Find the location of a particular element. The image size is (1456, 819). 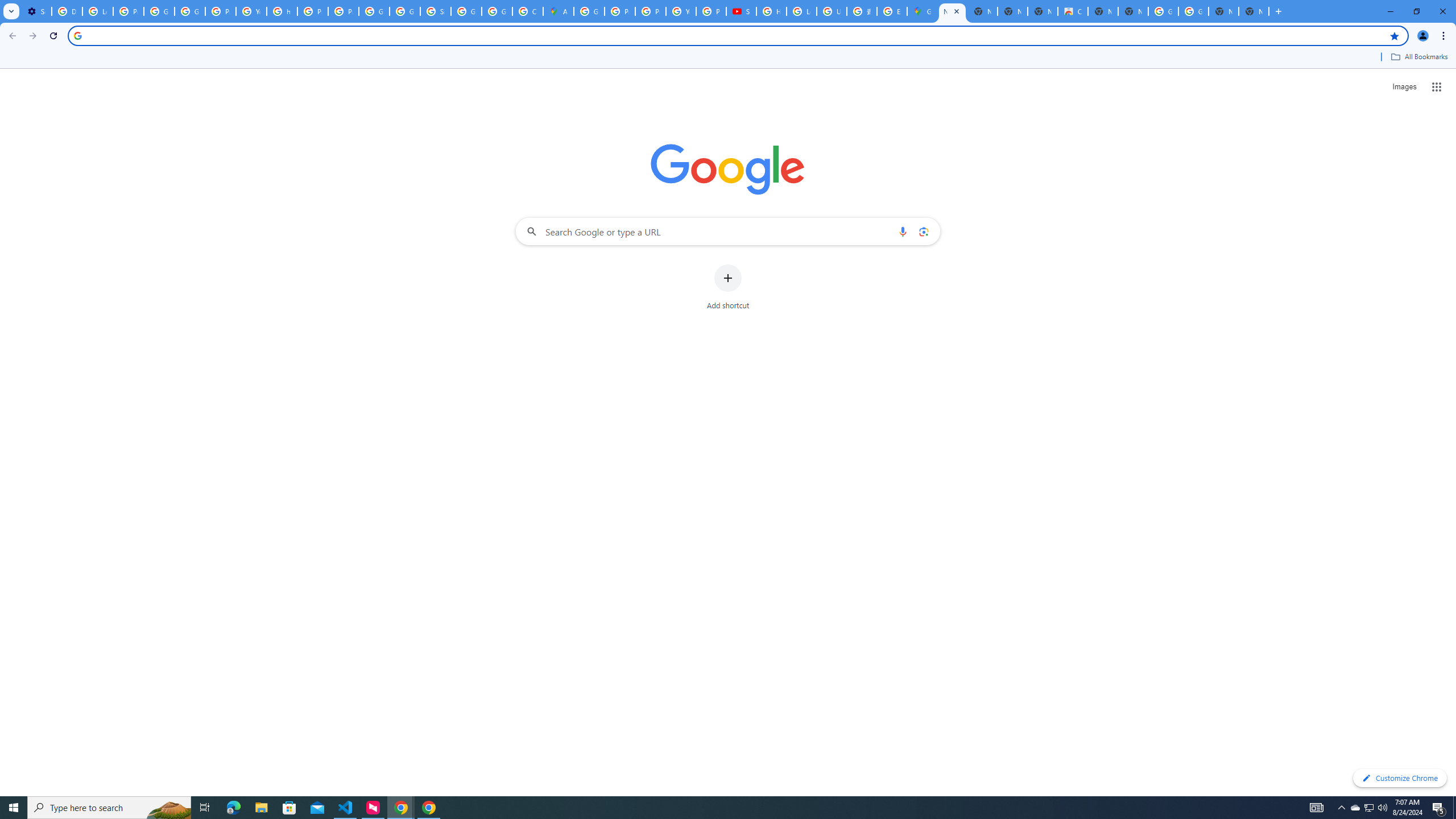

'Privacy Help Center - Policies Help' is located at coordinates (619, 11).